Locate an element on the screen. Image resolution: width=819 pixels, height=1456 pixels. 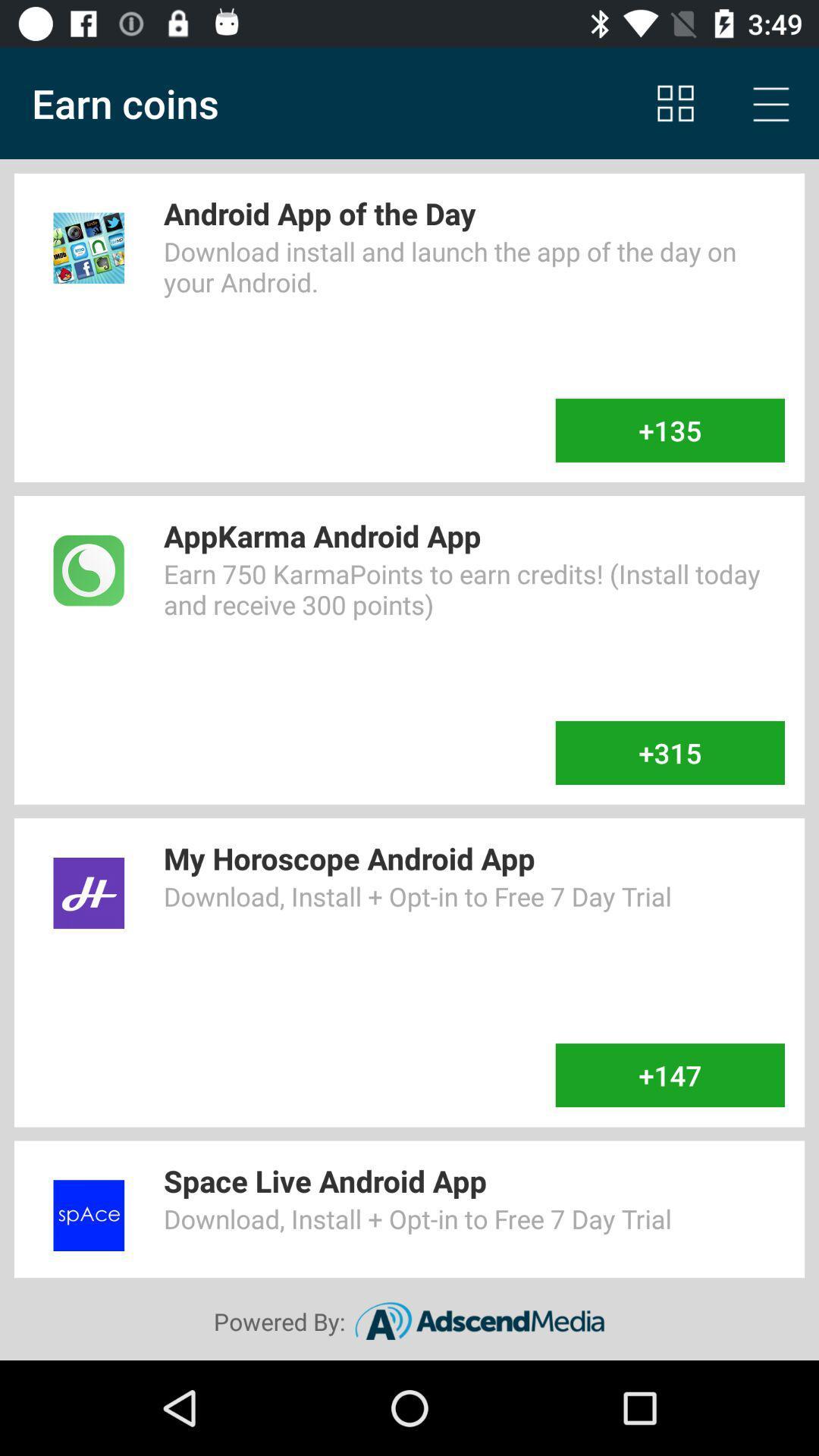
+135 icon is located at coordinates (669, 429).